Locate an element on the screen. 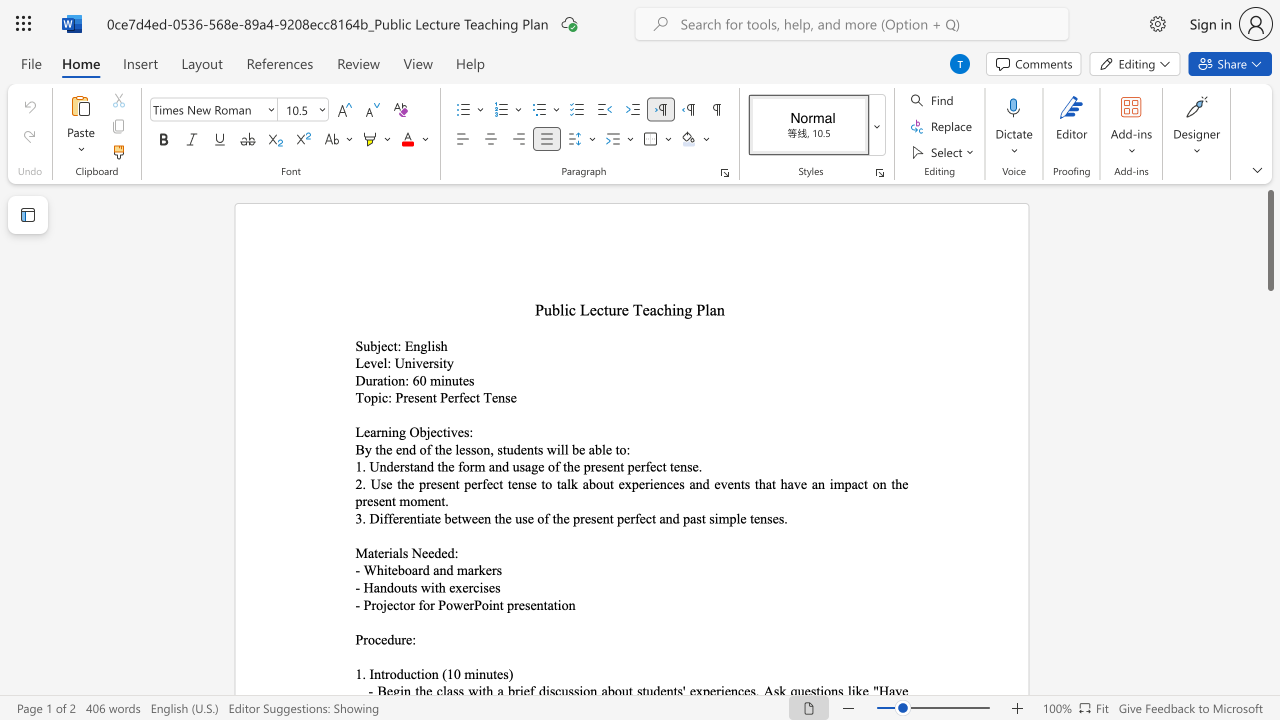  the space between the continuous character "r" and "P" in the text is located at coordinates (473, 604).